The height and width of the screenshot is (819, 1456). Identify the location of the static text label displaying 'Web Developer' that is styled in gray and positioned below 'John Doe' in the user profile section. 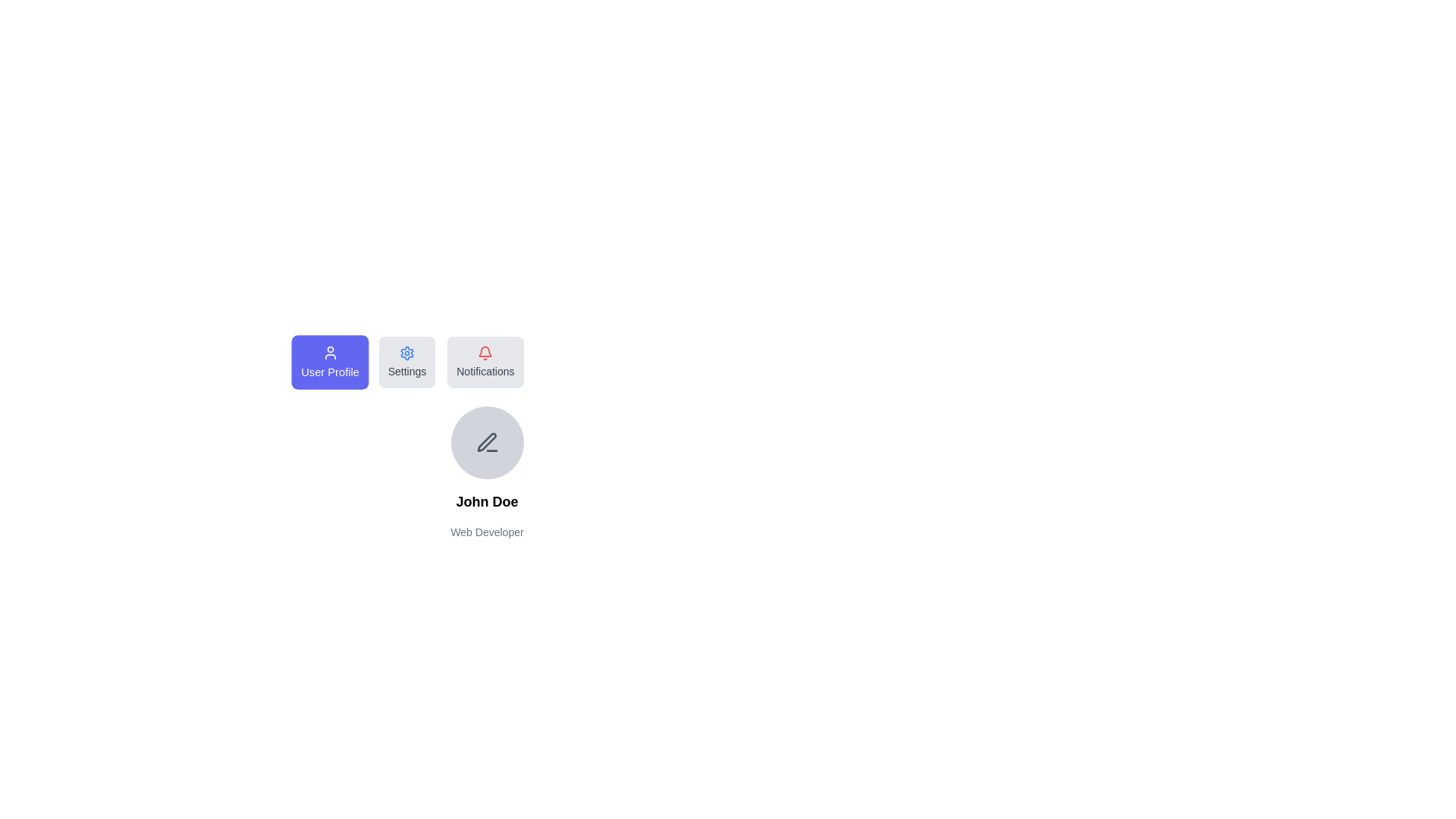
(487, 532).